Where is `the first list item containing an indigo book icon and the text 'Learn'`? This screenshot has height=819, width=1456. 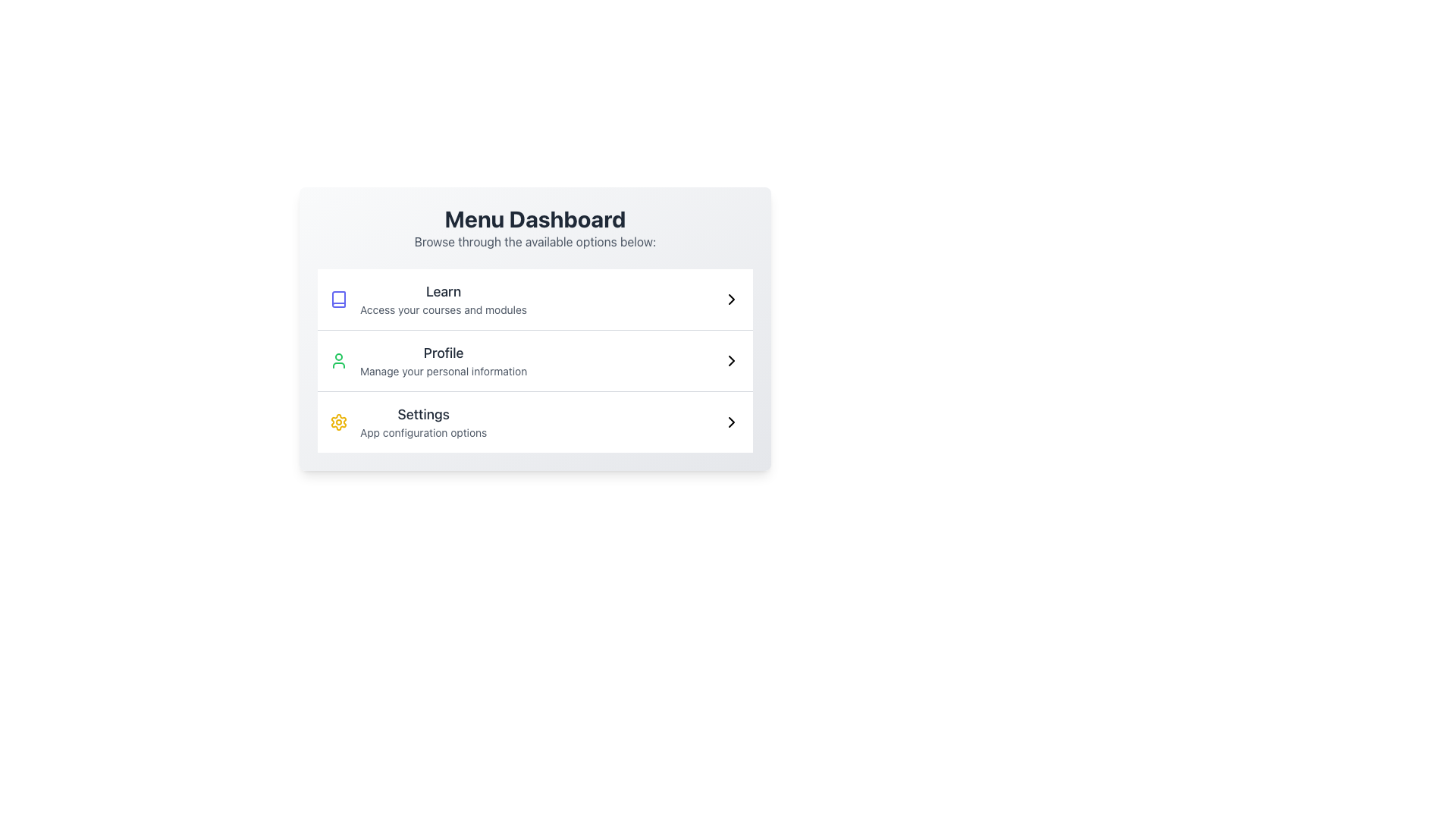
the first list item containing an indigo book icon and the text 'Learn' is located at coordinates (428, 299).